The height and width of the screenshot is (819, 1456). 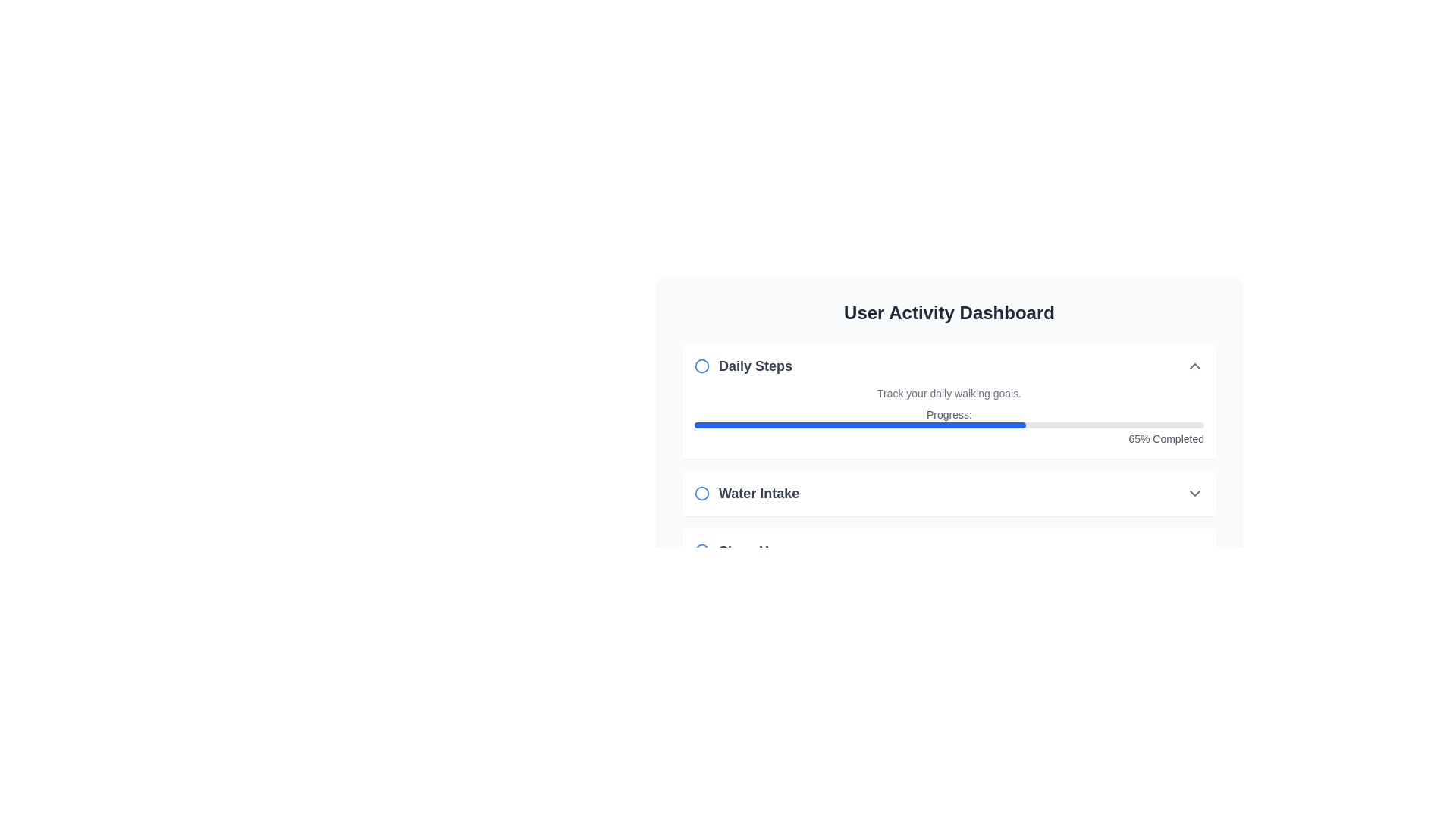 What do you see at coordinates (949, 425) in the screenshot?
I see `the Progress Bar indicating 65% completion located below the labeled text 'Progress:' and above '65% Completed' within the 'Daily Steps' card of the User Activity Dashboard` at bounding box center [949, 425].